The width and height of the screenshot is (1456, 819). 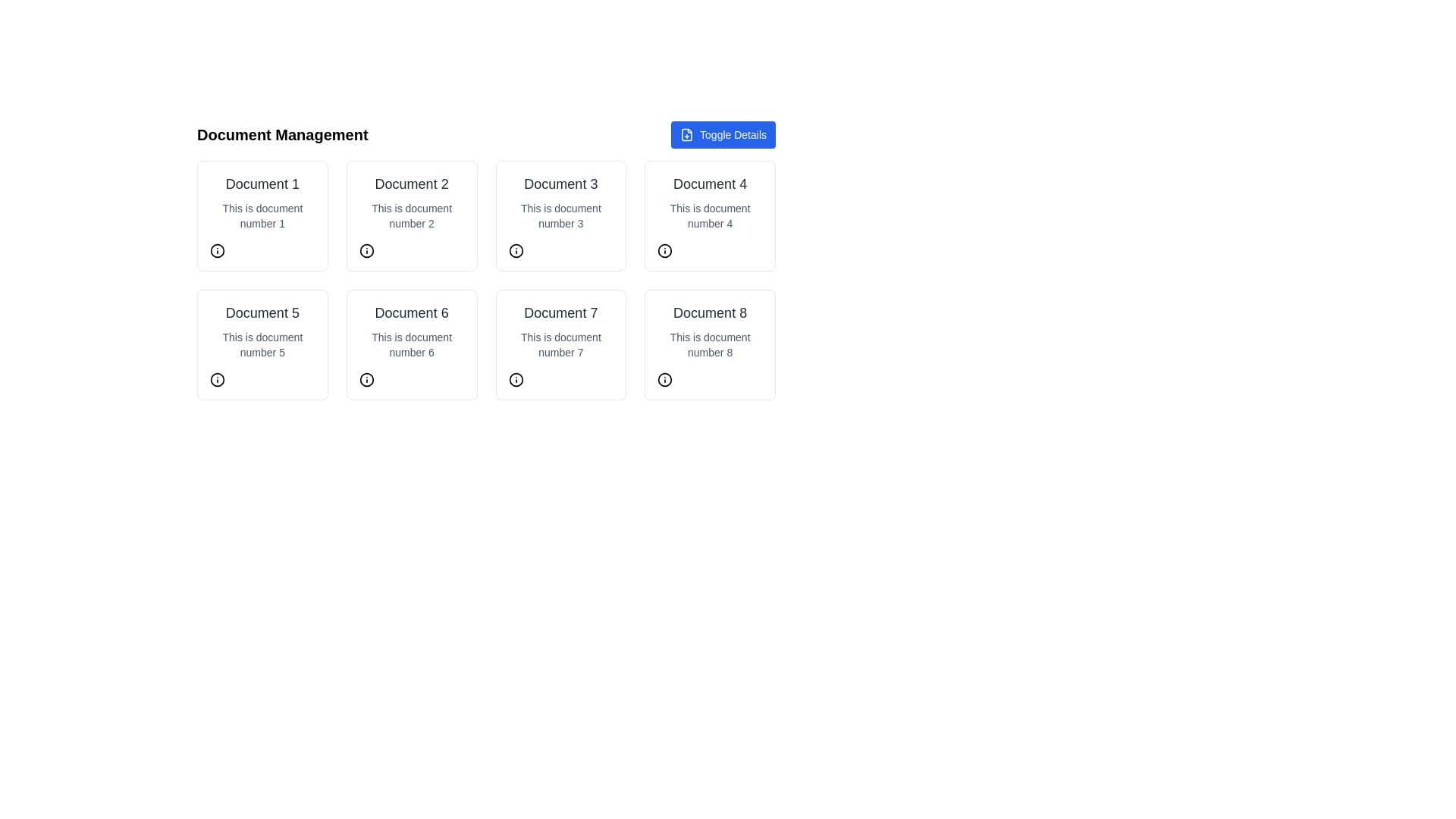 What do you see at coordinates (709, 345) in the screenshot?
I see `the Text Label providing additional information about the document in the card titled 'Document 8', located in the lower region beneath the card title` at bounding box center [709, 345].